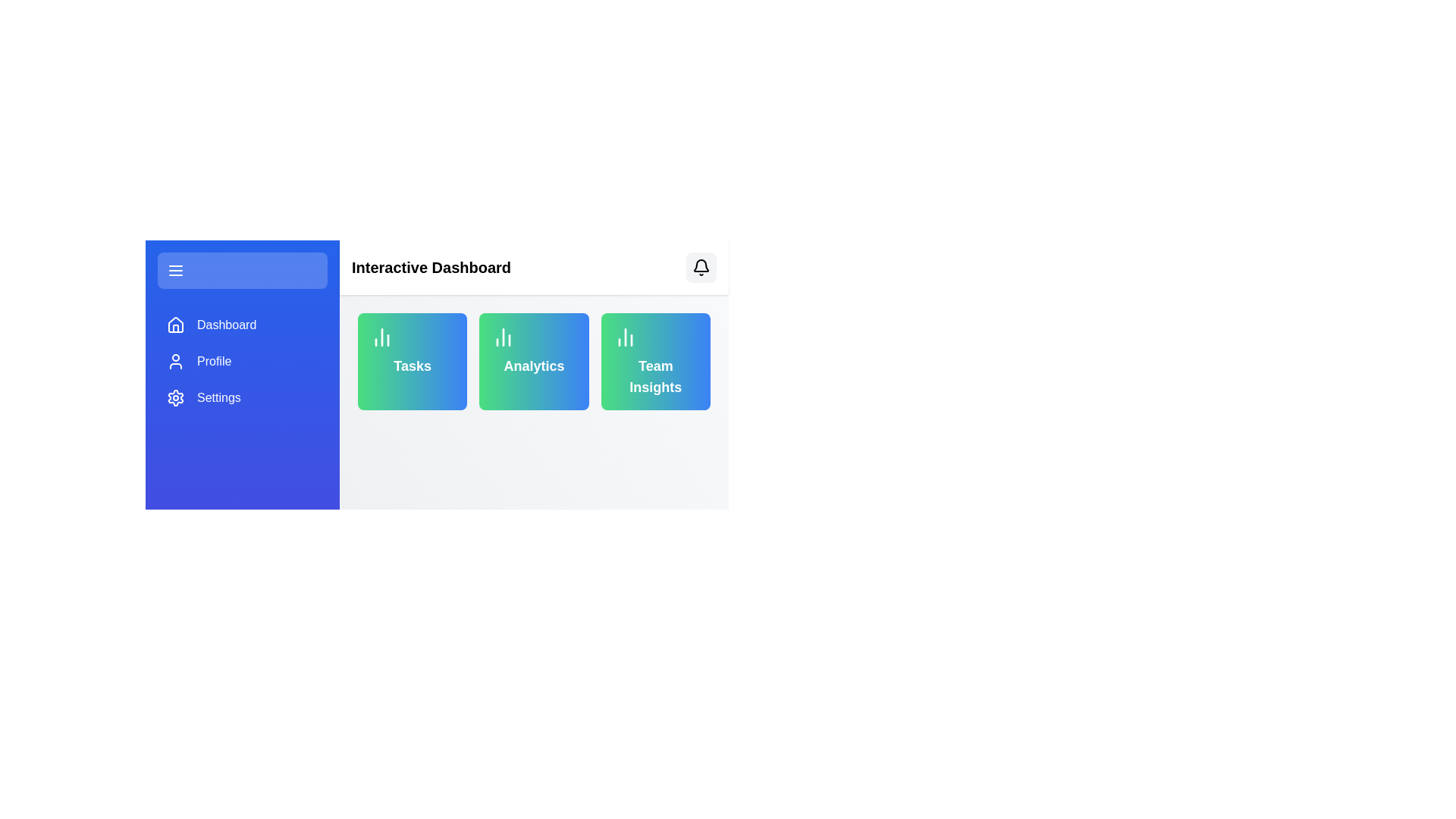  I want to click on the navigational button located in the left sidebar, directly under the hamburger menu icon, so click(243, 324).